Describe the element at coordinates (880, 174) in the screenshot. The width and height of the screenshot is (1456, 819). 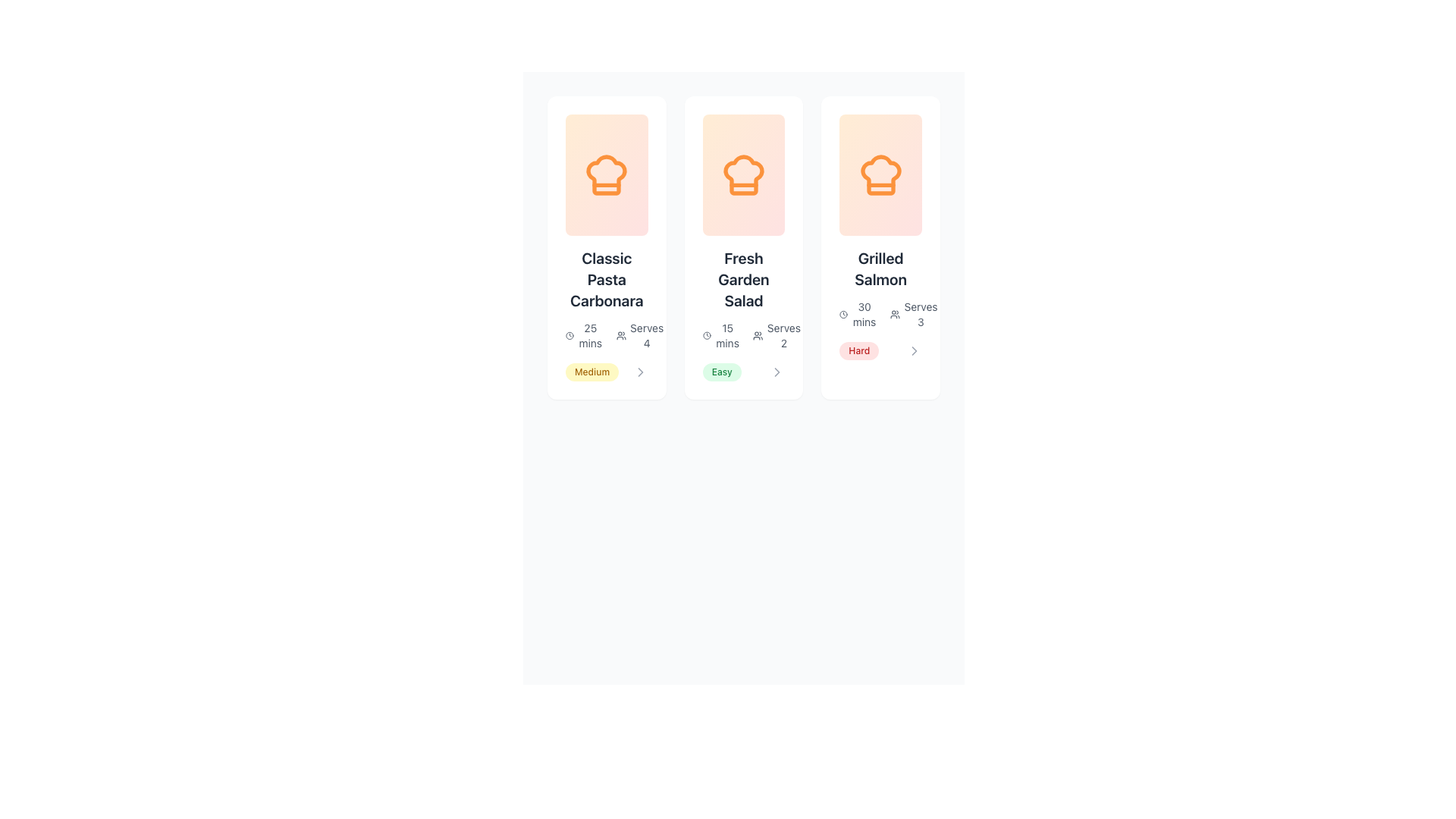
I see `the chef's hat icon located in the top section of the 'Grilled Salmon' recipe card, which symbolizes the culinary nature of the recipe` at that location.